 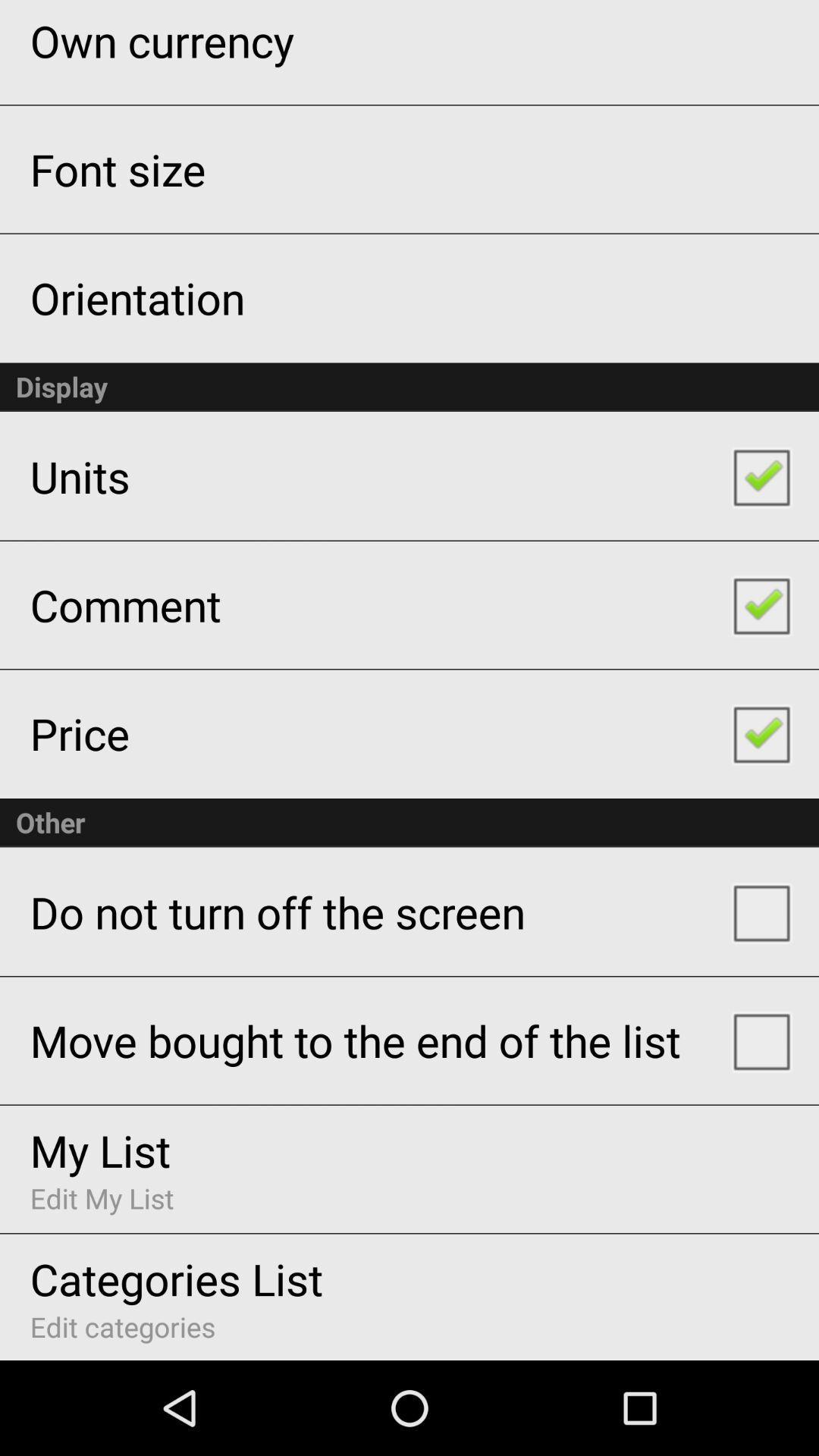 What do you see at coordinates (175, 1278) in the screenshot?
I see `the item below edit my list item` at bounding box center [175, 1278].